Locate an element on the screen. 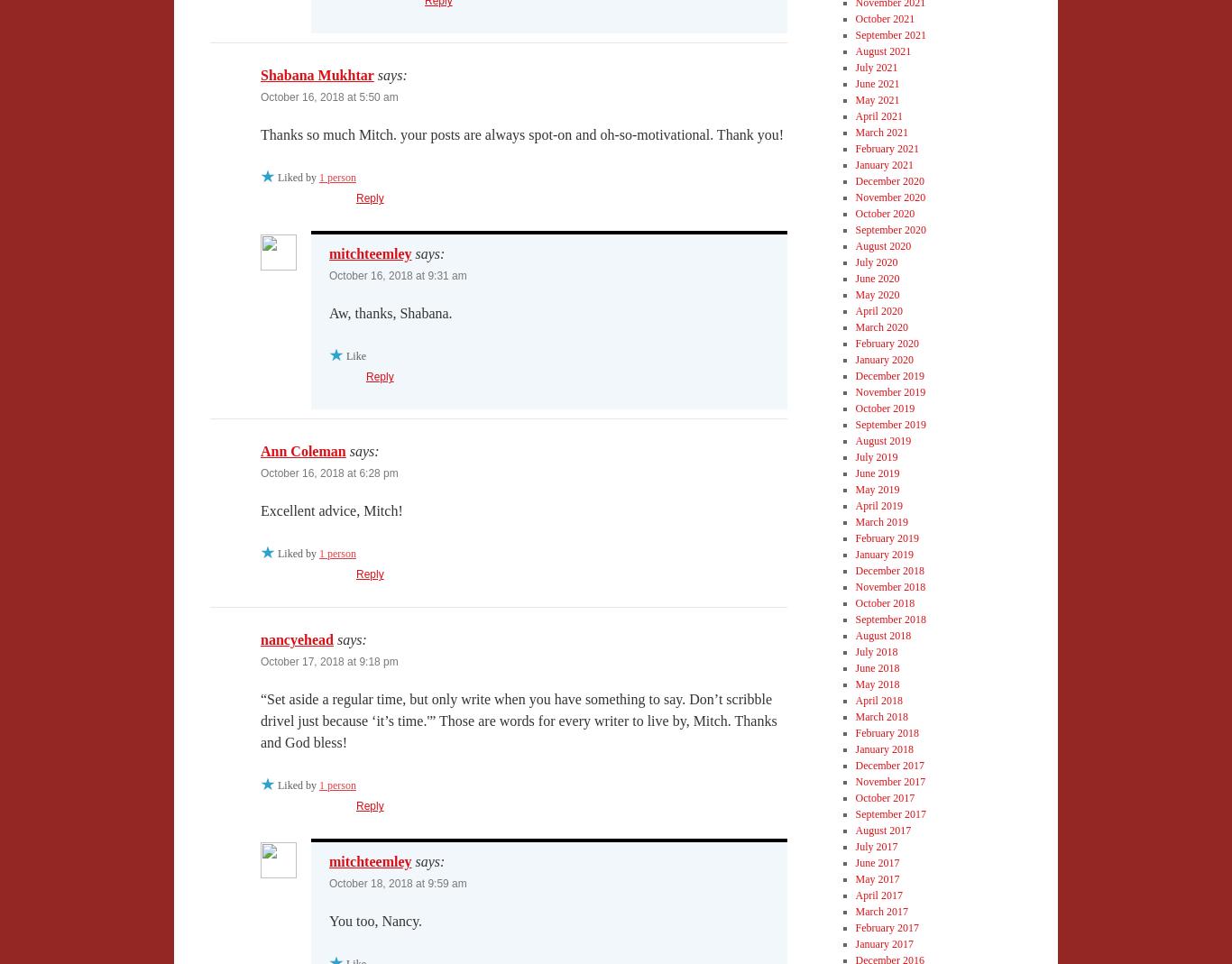  'September 2019' is located at coordinates (889, 423).